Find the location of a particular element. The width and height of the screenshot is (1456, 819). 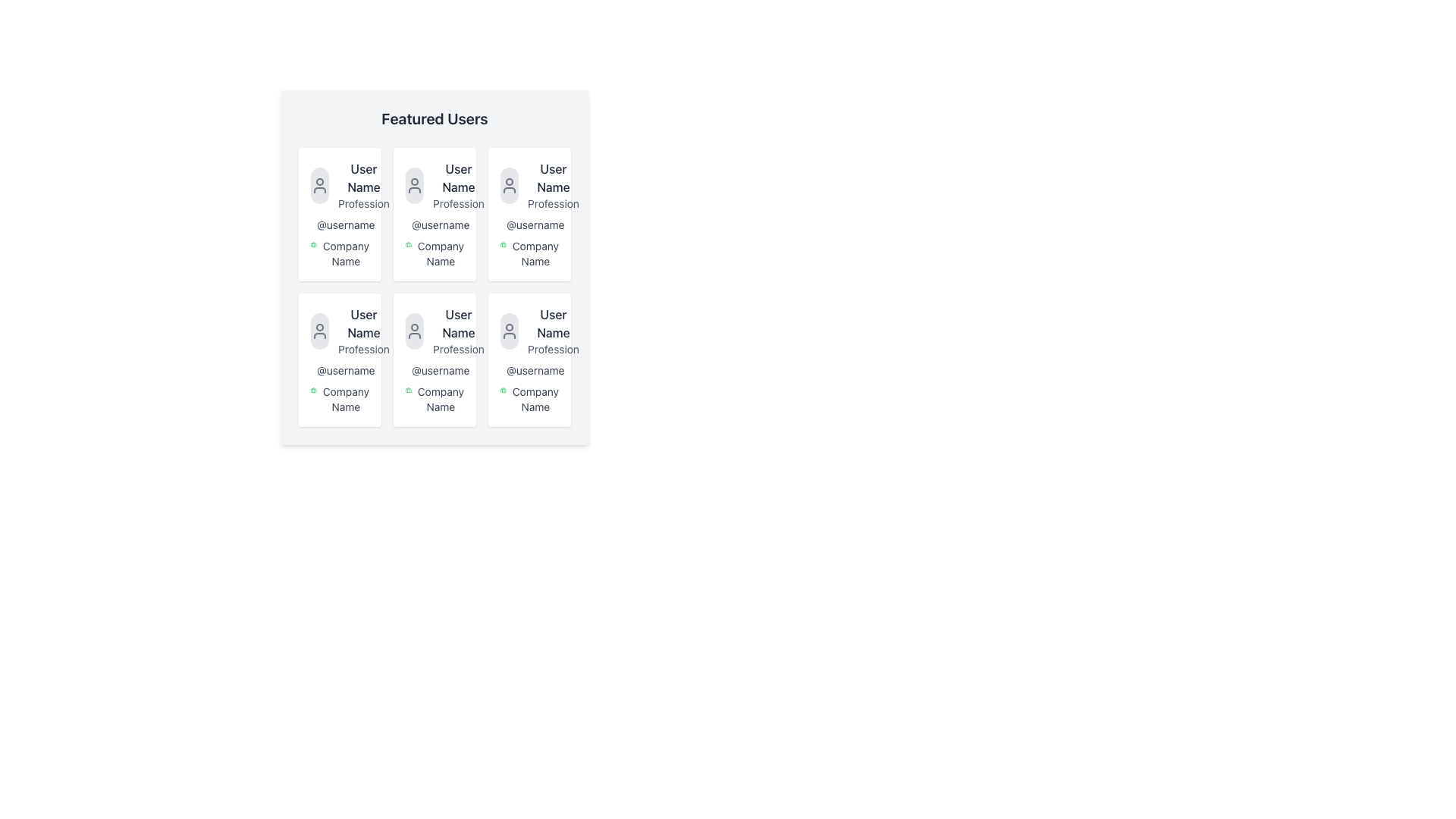

the user profile card located in the third column and first row of the grid layout to enable further interactions is located at coordinates (529, 214).